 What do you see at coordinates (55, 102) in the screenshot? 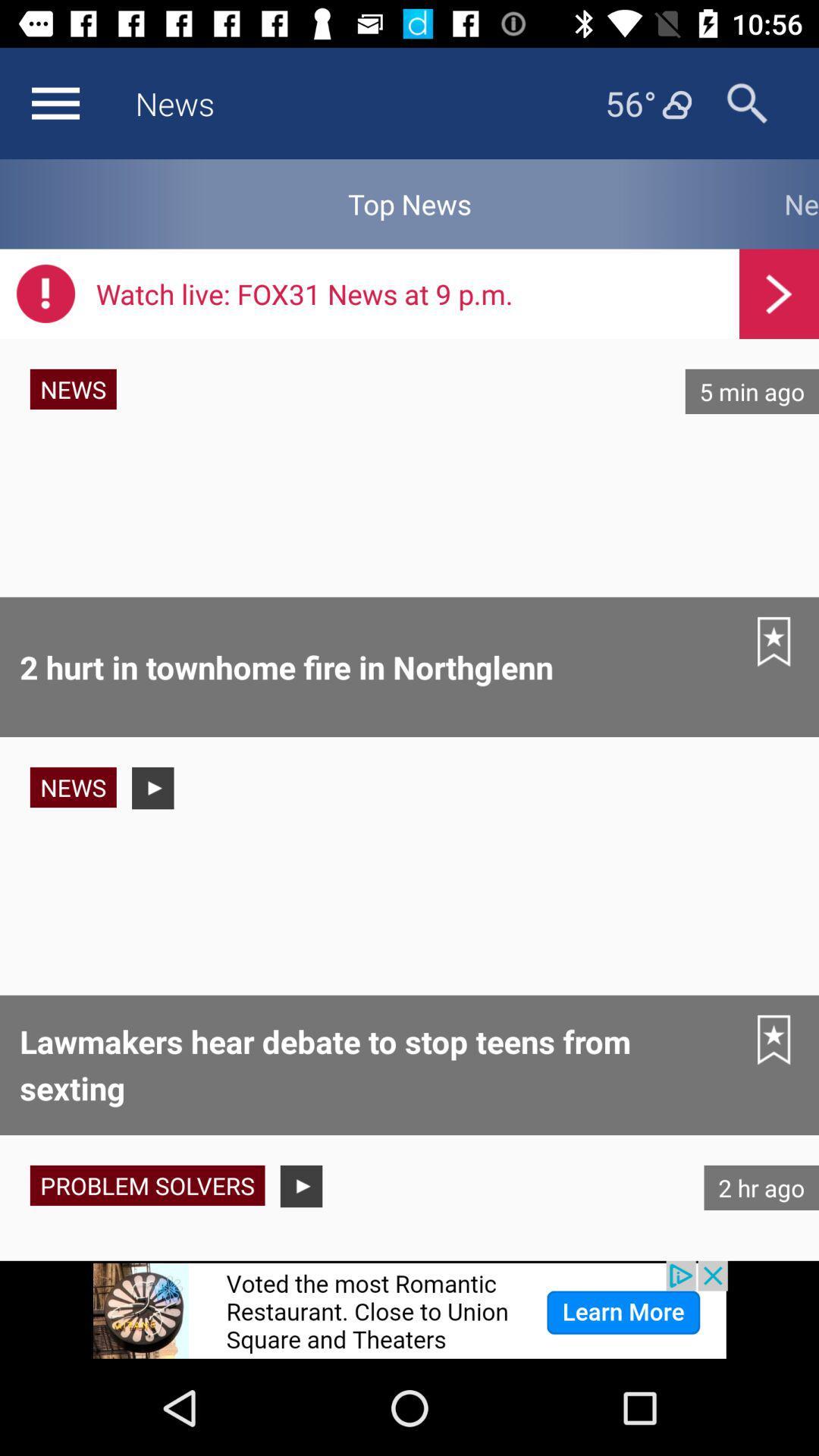
I see `the menu icon` at bounding box center [55, 102].